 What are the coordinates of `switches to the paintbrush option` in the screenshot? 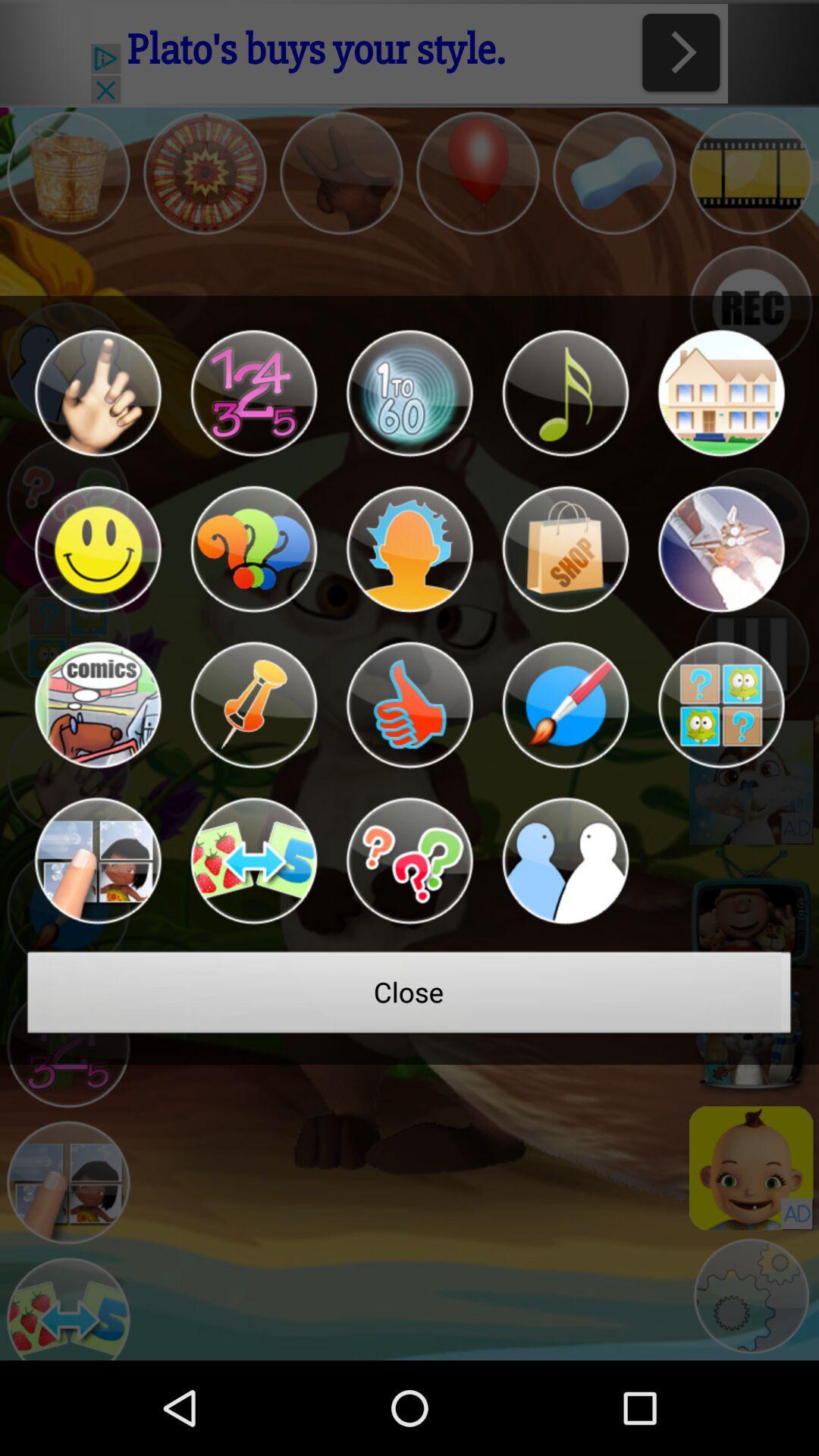 It's located at (565, 704).